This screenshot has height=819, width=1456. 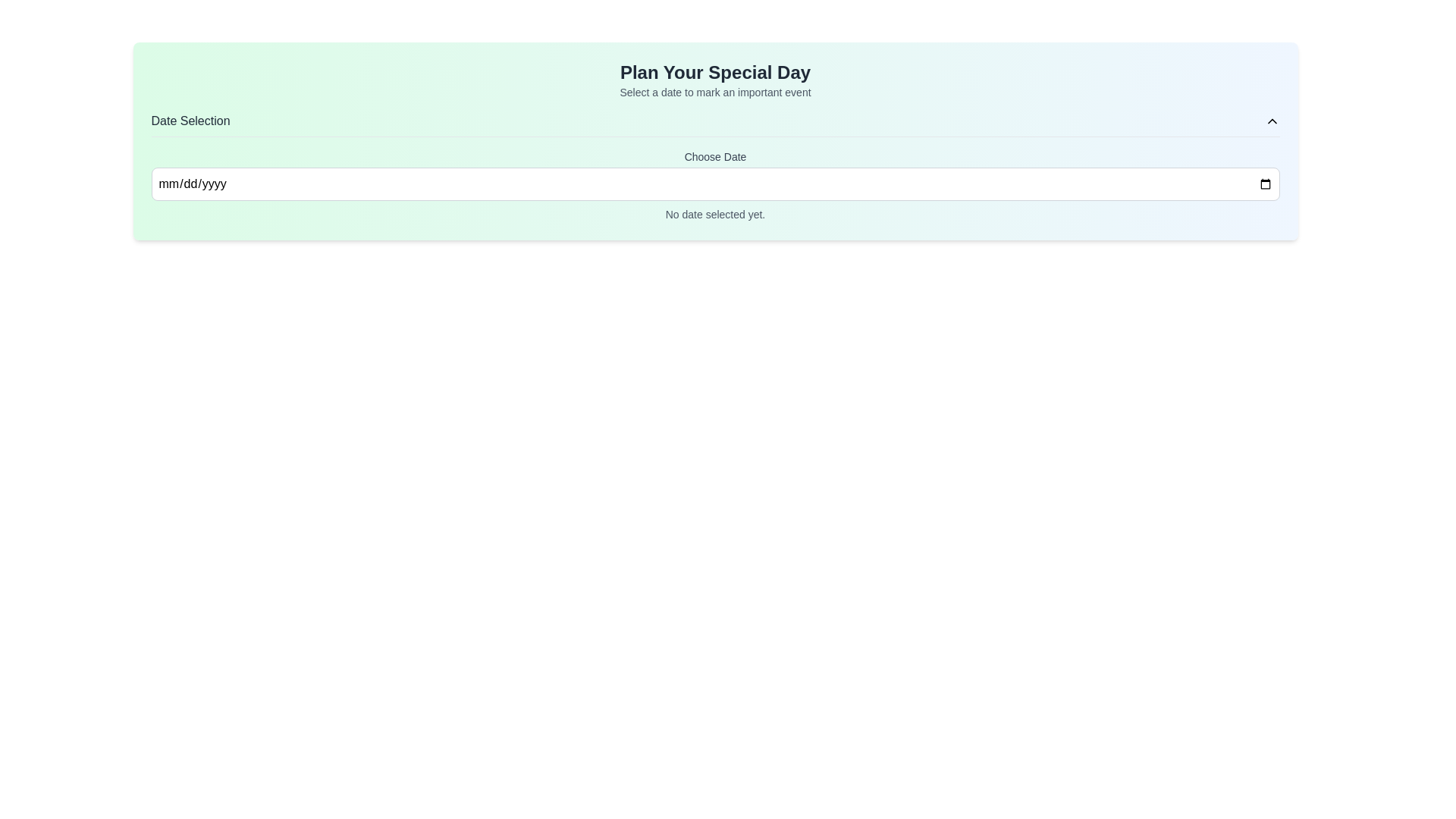 I want to click on the small upward-pointing triangular icon button located in the header section labeled 'Date Selection', so click(x=1272, y=120).